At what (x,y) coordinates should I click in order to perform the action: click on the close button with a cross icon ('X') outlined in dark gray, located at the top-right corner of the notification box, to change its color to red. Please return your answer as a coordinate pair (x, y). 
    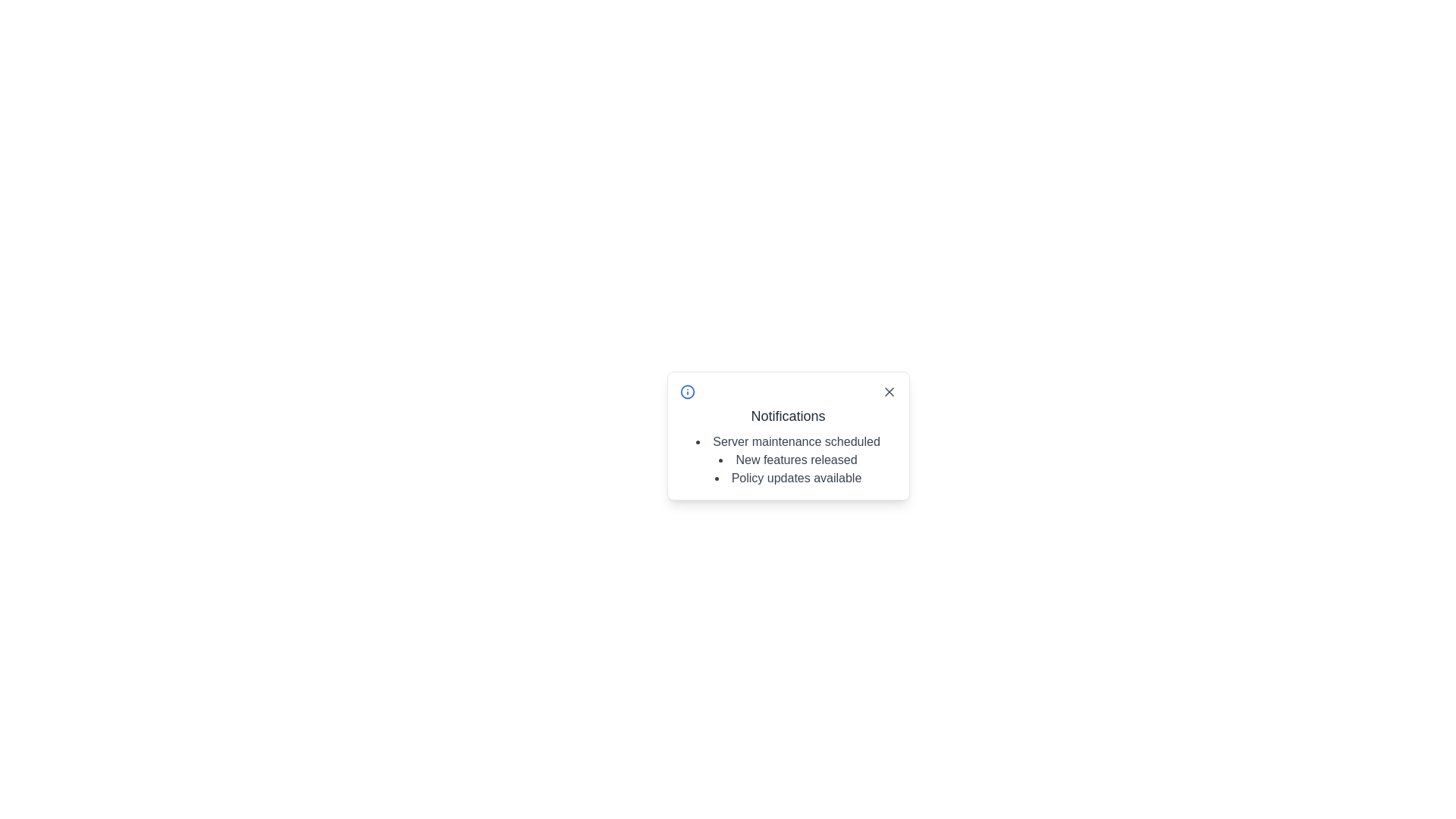
    Looking at the image, I should click on (889, 391).